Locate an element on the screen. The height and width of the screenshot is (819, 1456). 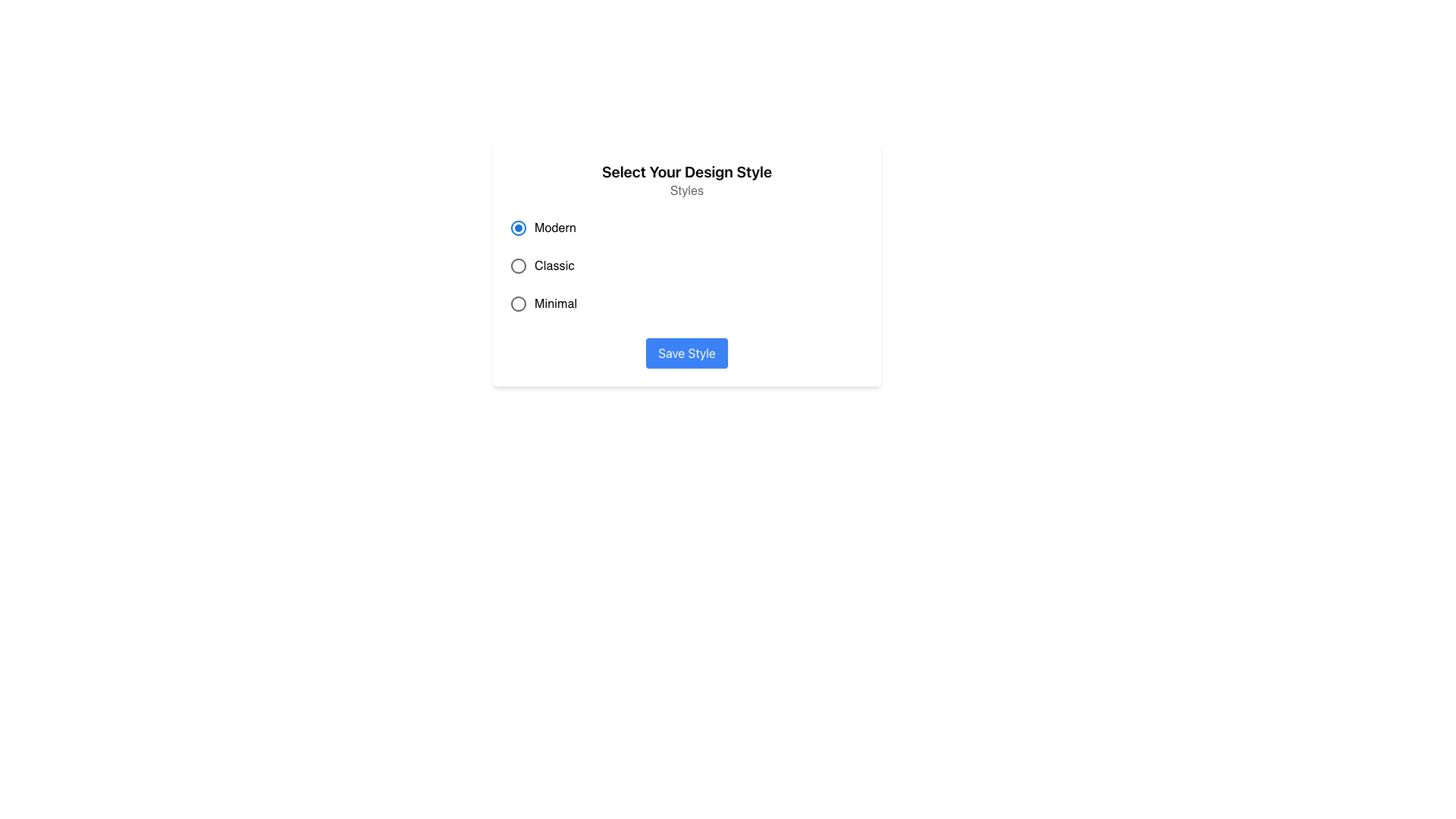
the 'Modern' radio button is located at coordinates (519, 227).